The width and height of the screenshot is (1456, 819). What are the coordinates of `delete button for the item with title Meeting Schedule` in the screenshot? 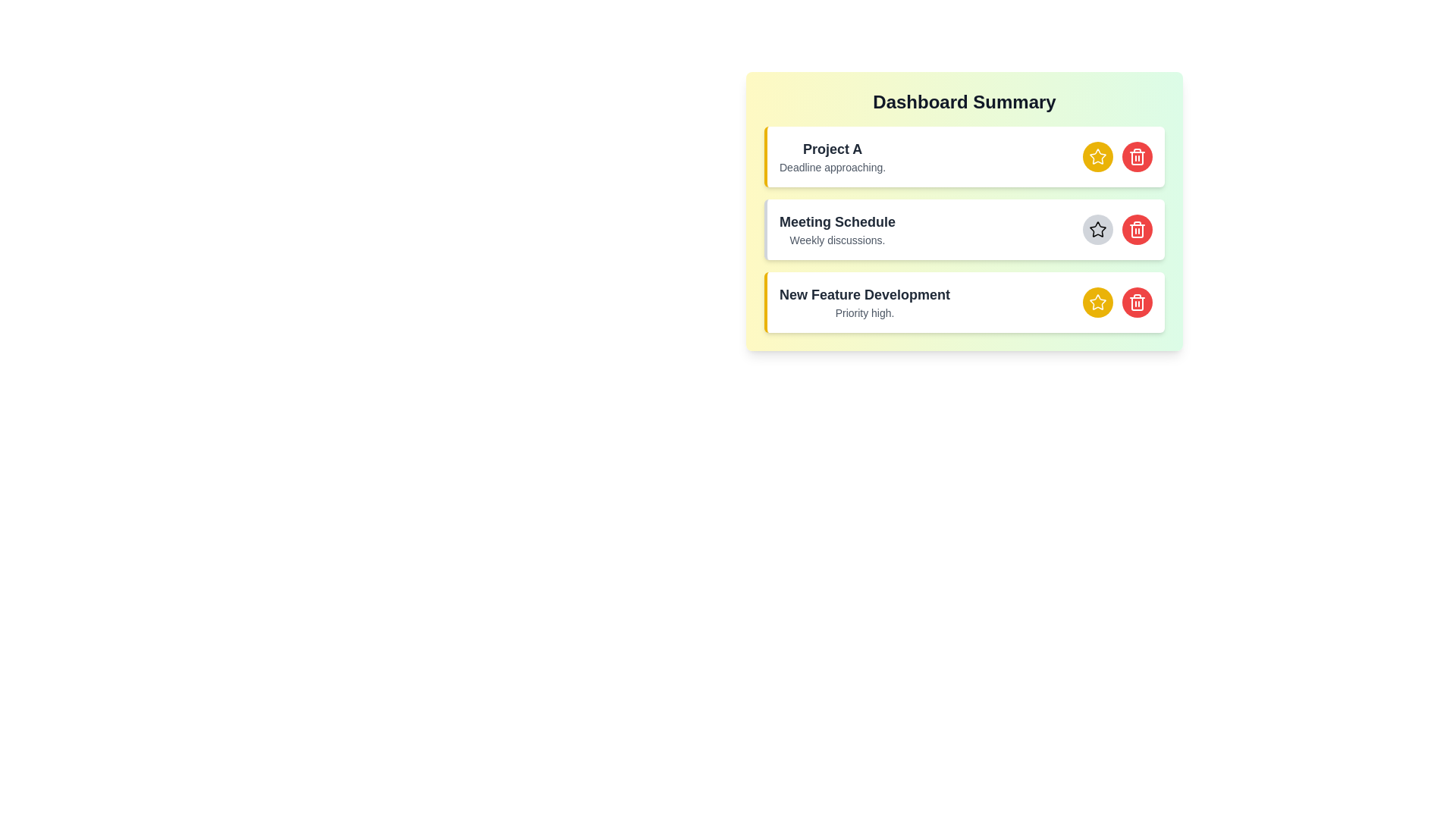 It's located at (1137, 230).